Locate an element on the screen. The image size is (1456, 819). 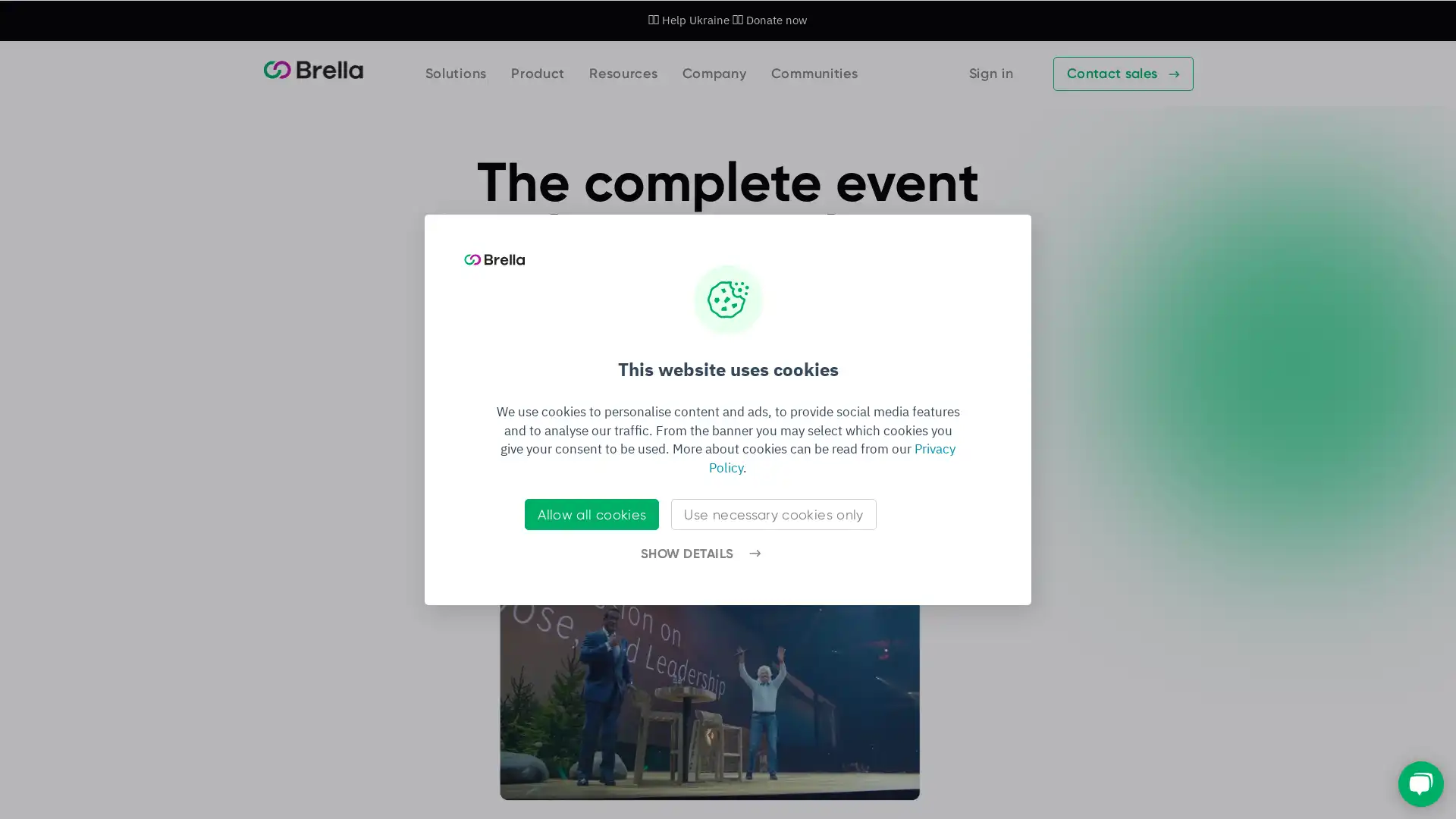
Allow all cookies is located at coordinates (591, 513).